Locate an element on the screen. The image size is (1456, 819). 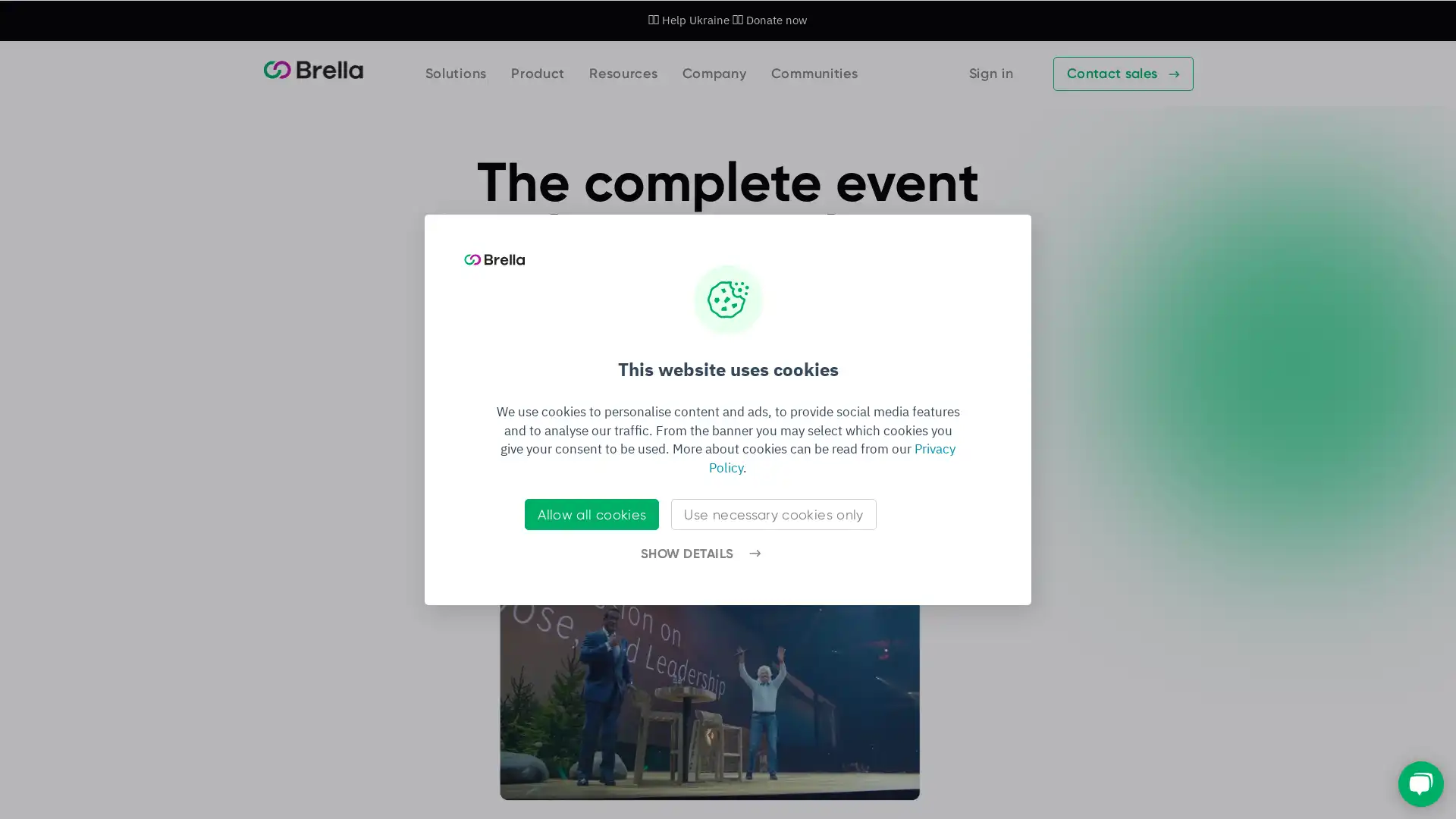
Allow all cookies is located at coordinates (591, 513).